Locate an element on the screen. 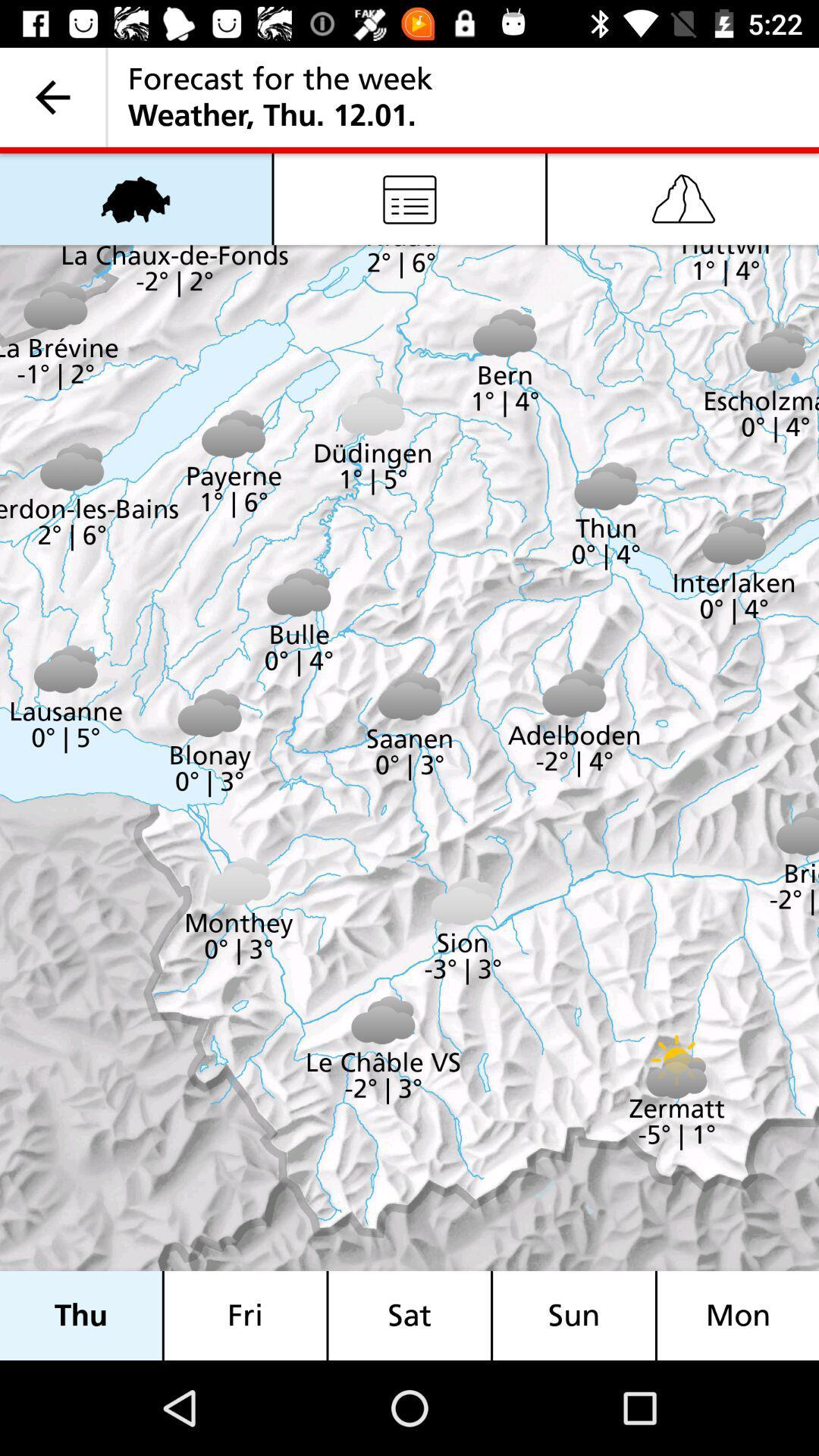 This screenshot has height=1456, width=819. item to the left of the sat icon is located at coordinates (244, 1315).